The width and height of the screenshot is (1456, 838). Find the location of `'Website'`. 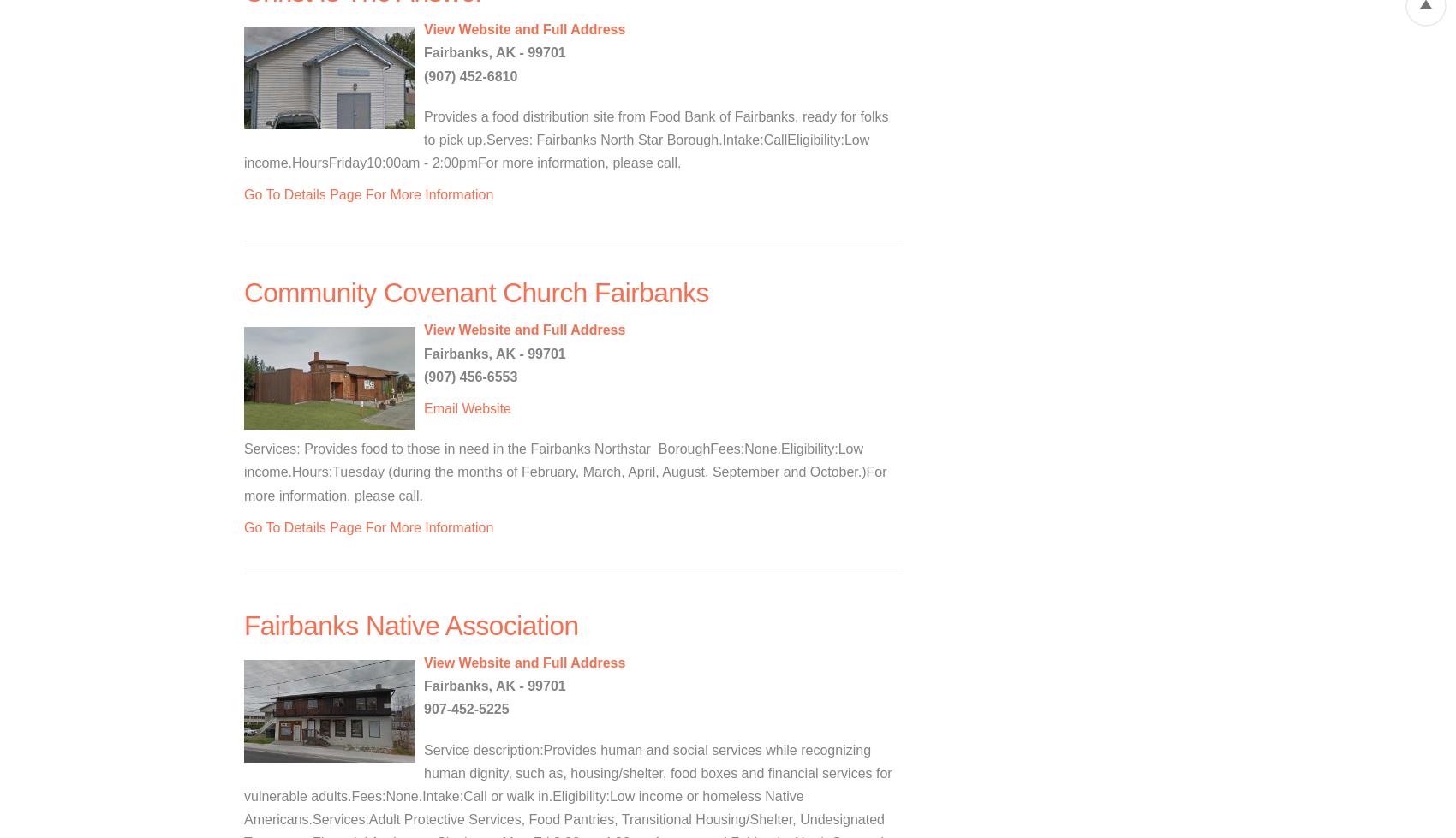

'Website' is located at coordinates (485, 408).